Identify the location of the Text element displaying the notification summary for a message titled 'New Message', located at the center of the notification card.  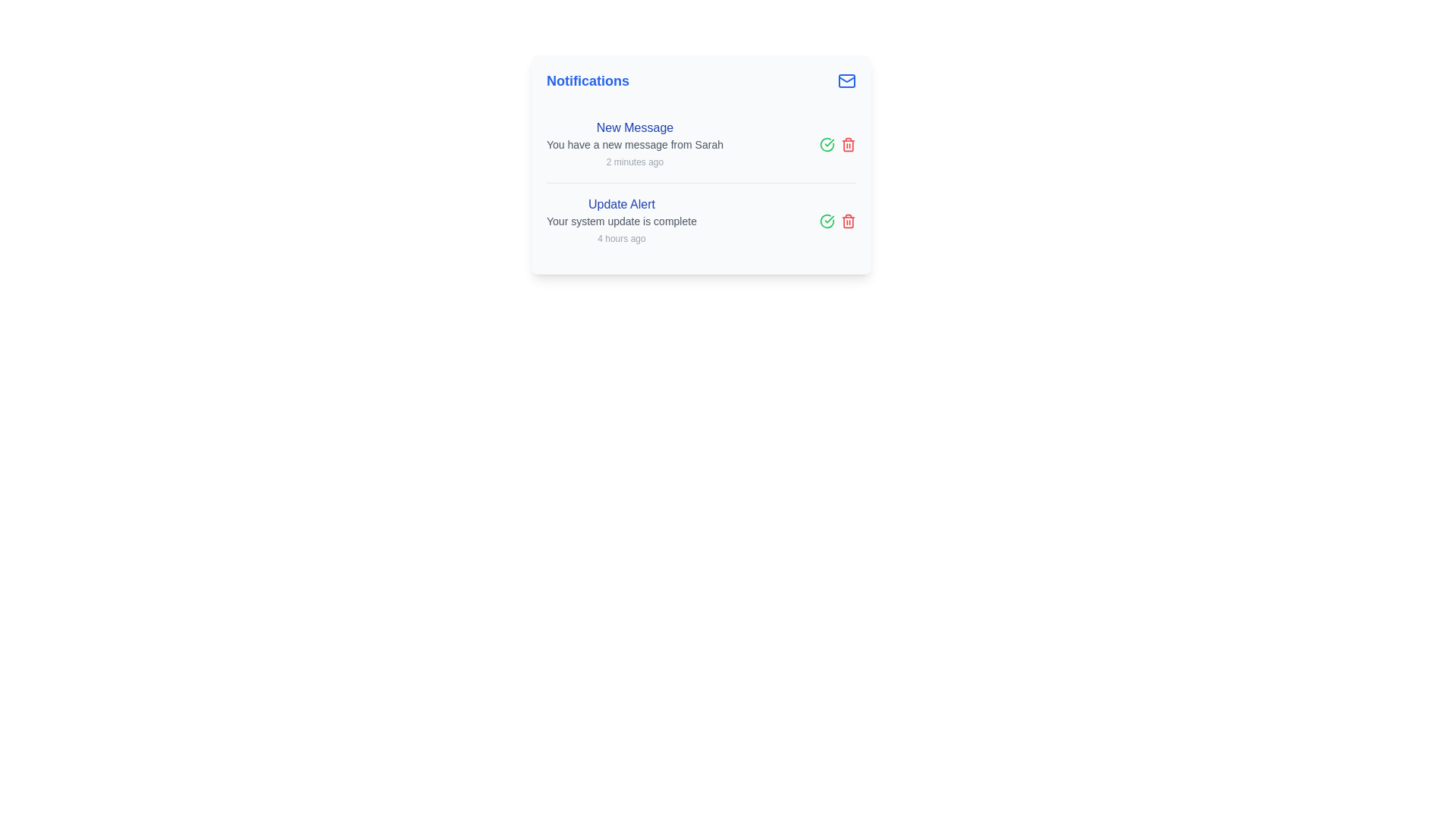
(635, 145).